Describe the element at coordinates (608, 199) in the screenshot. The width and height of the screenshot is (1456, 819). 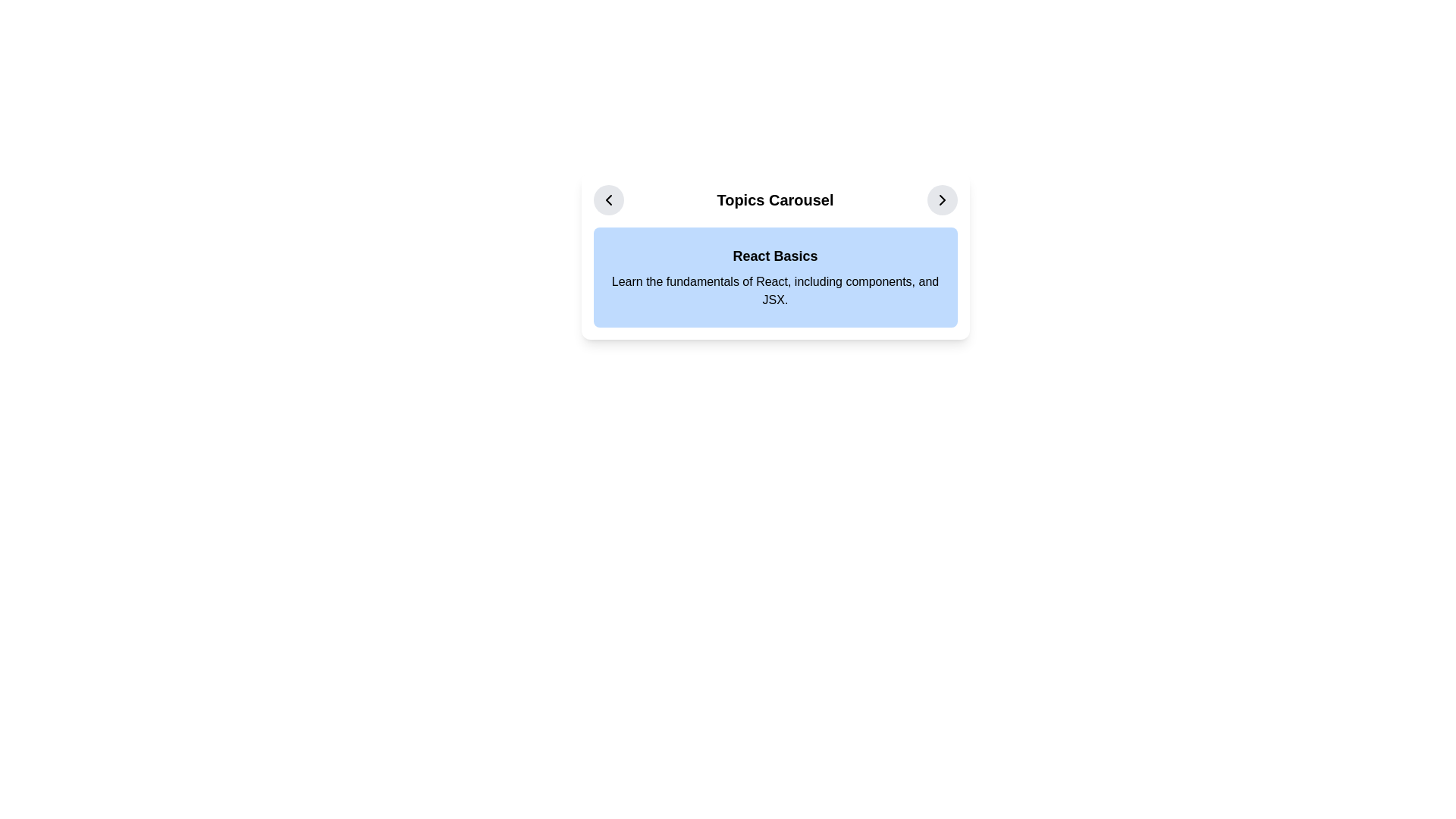
I see `the button located at the top-left corner of the 'Topics Carousel' section` at that location.